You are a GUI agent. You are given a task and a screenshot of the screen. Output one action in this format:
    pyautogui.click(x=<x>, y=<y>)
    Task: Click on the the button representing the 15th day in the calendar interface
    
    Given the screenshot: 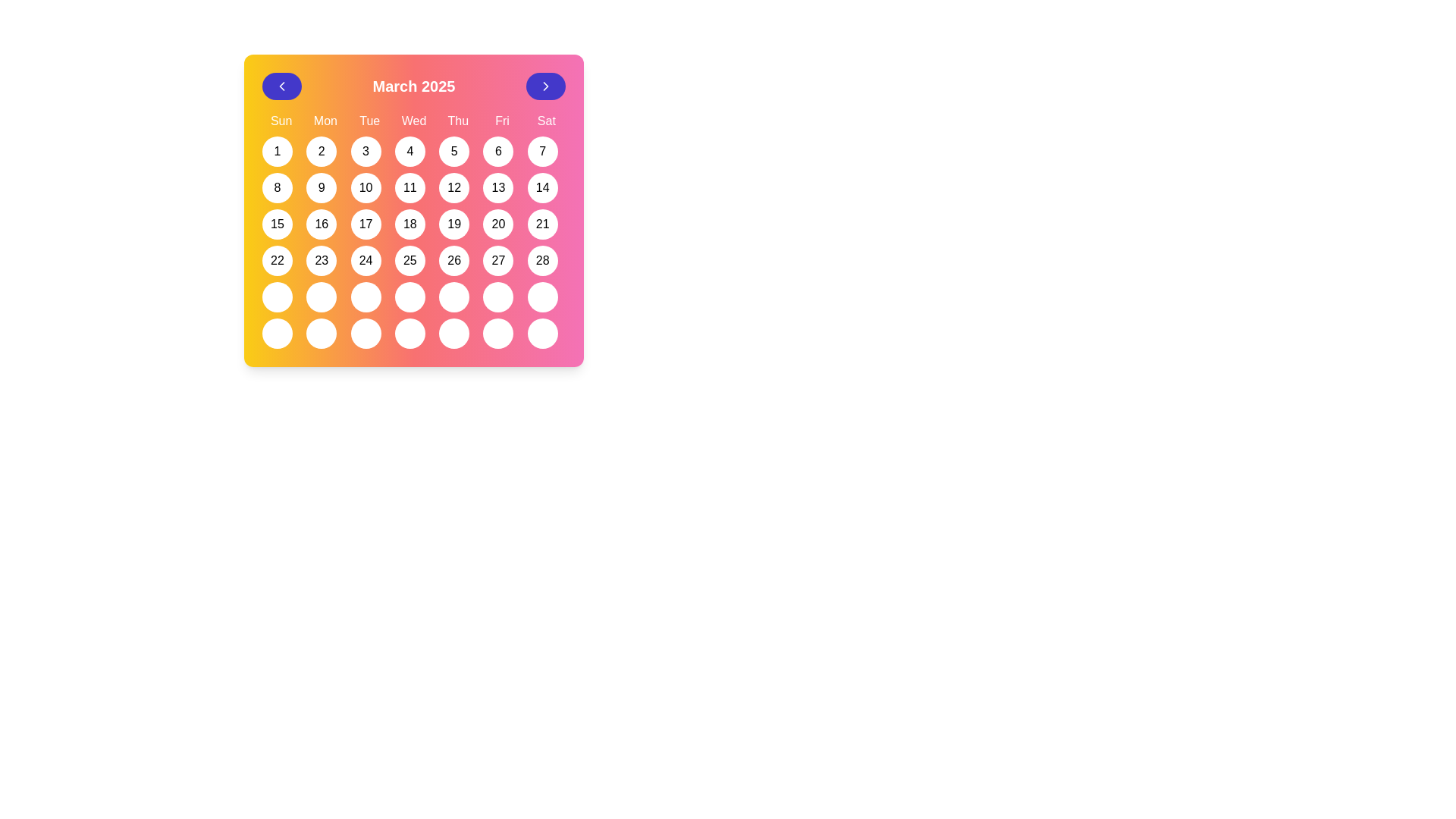 What is the action you would take?
    pyautogui.click(x=277, y=224)
    